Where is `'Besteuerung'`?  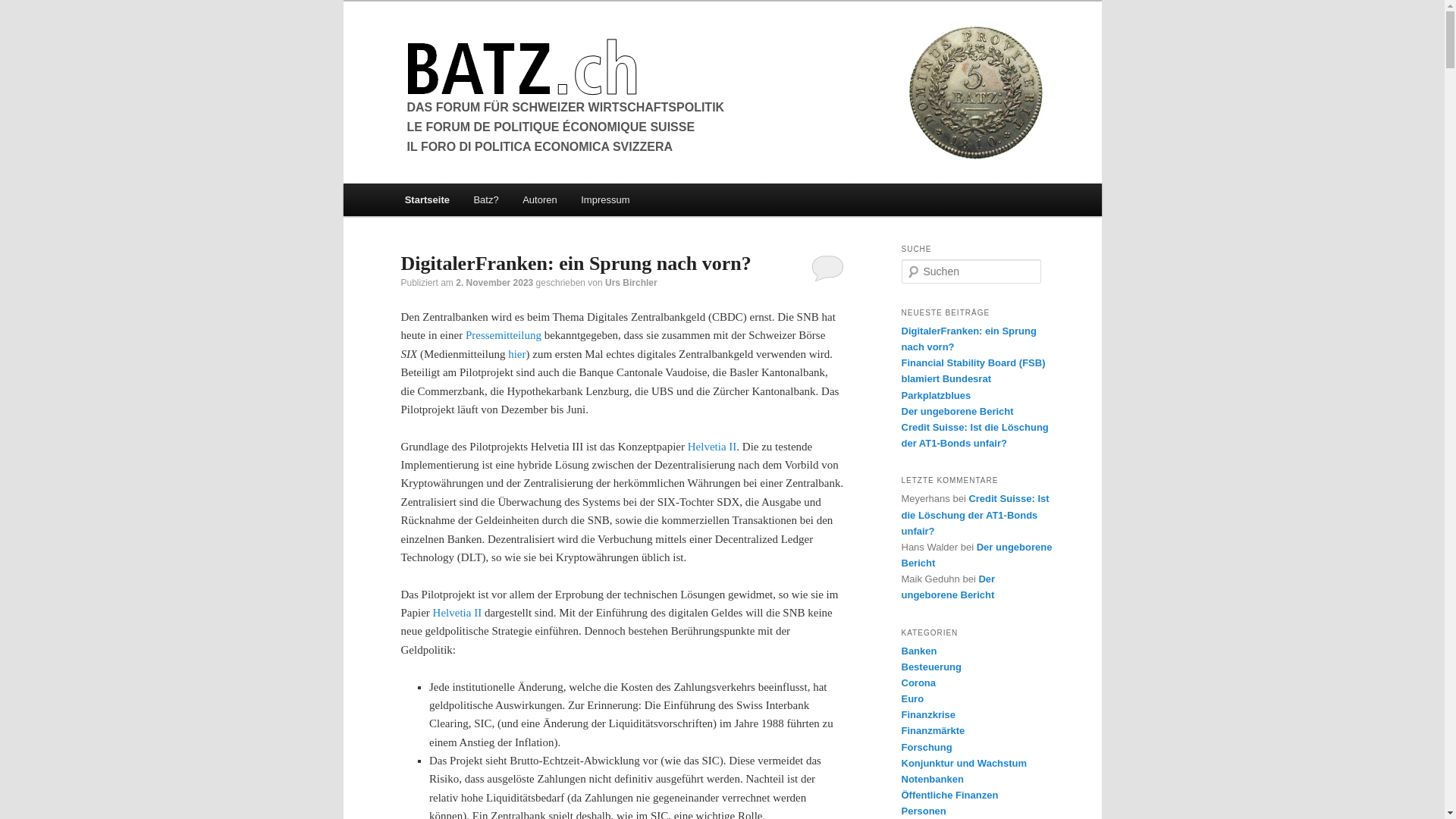 'Besteuerung' is located at coordinates (930, 666).